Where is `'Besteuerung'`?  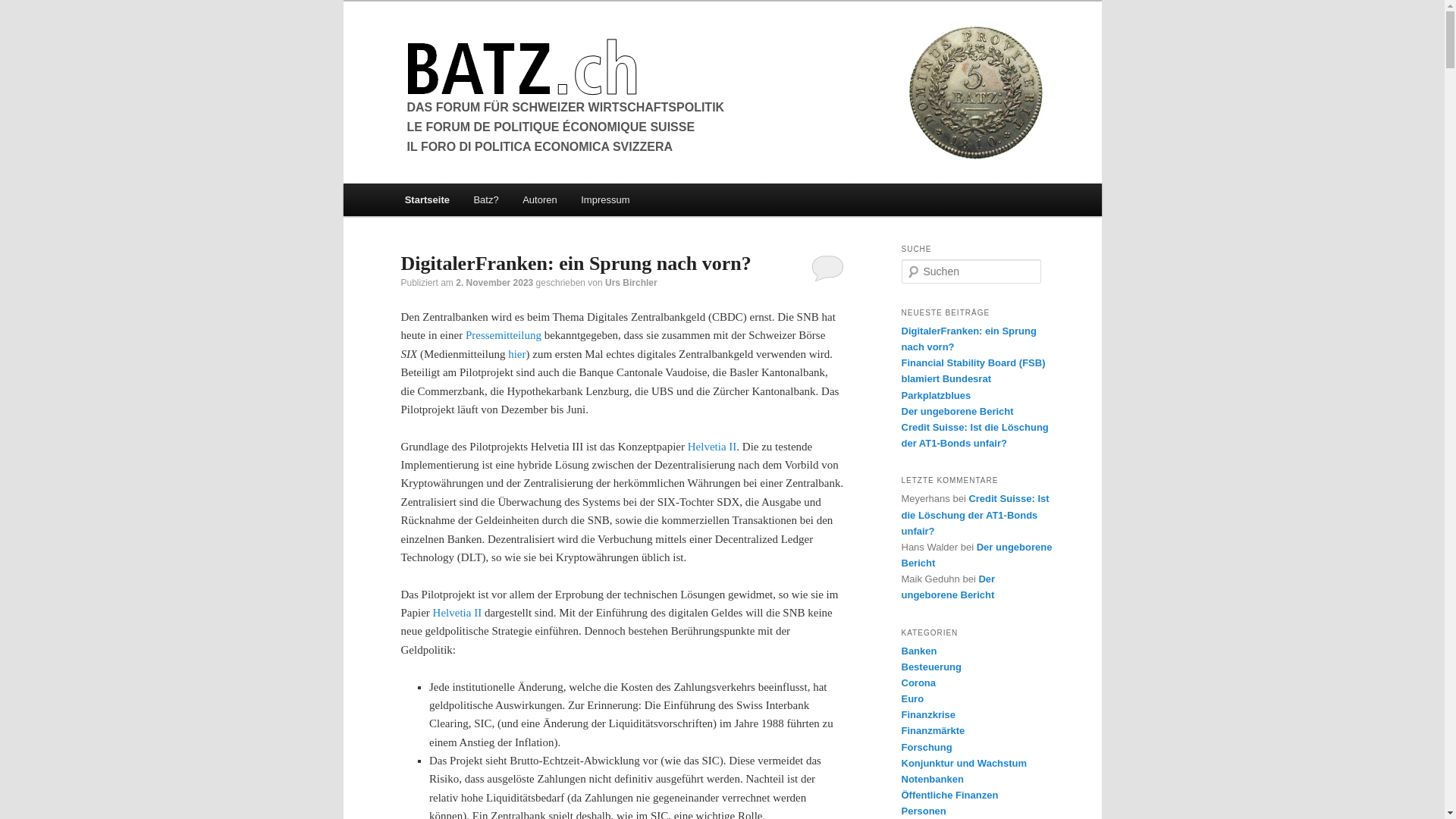 'Besteuerung' is located at coordinates (930, 666).